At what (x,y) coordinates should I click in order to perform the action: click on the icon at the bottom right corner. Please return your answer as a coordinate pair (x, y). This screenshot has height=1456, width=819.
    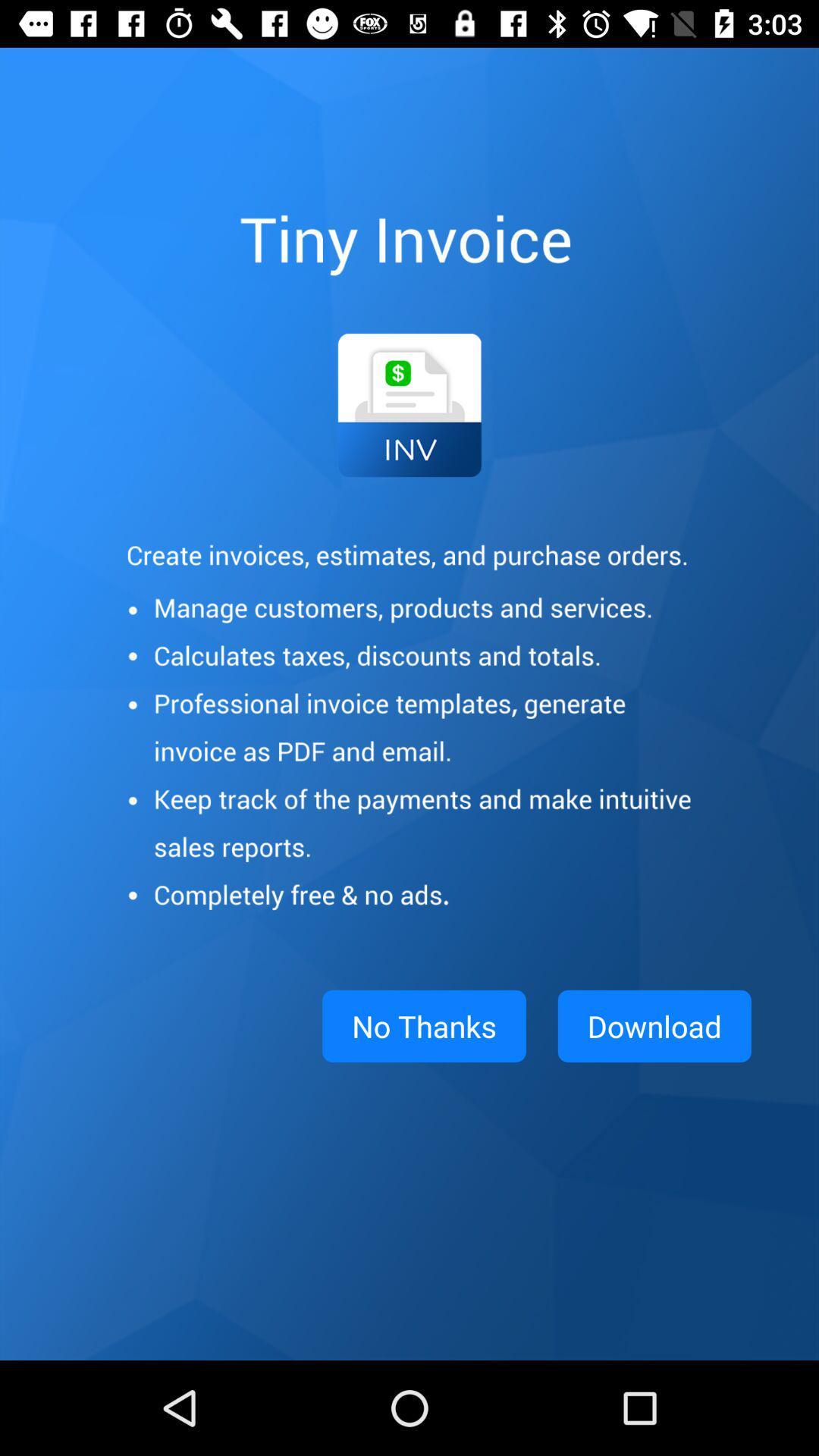
    Looking at the image, I should click on (654, 1026).